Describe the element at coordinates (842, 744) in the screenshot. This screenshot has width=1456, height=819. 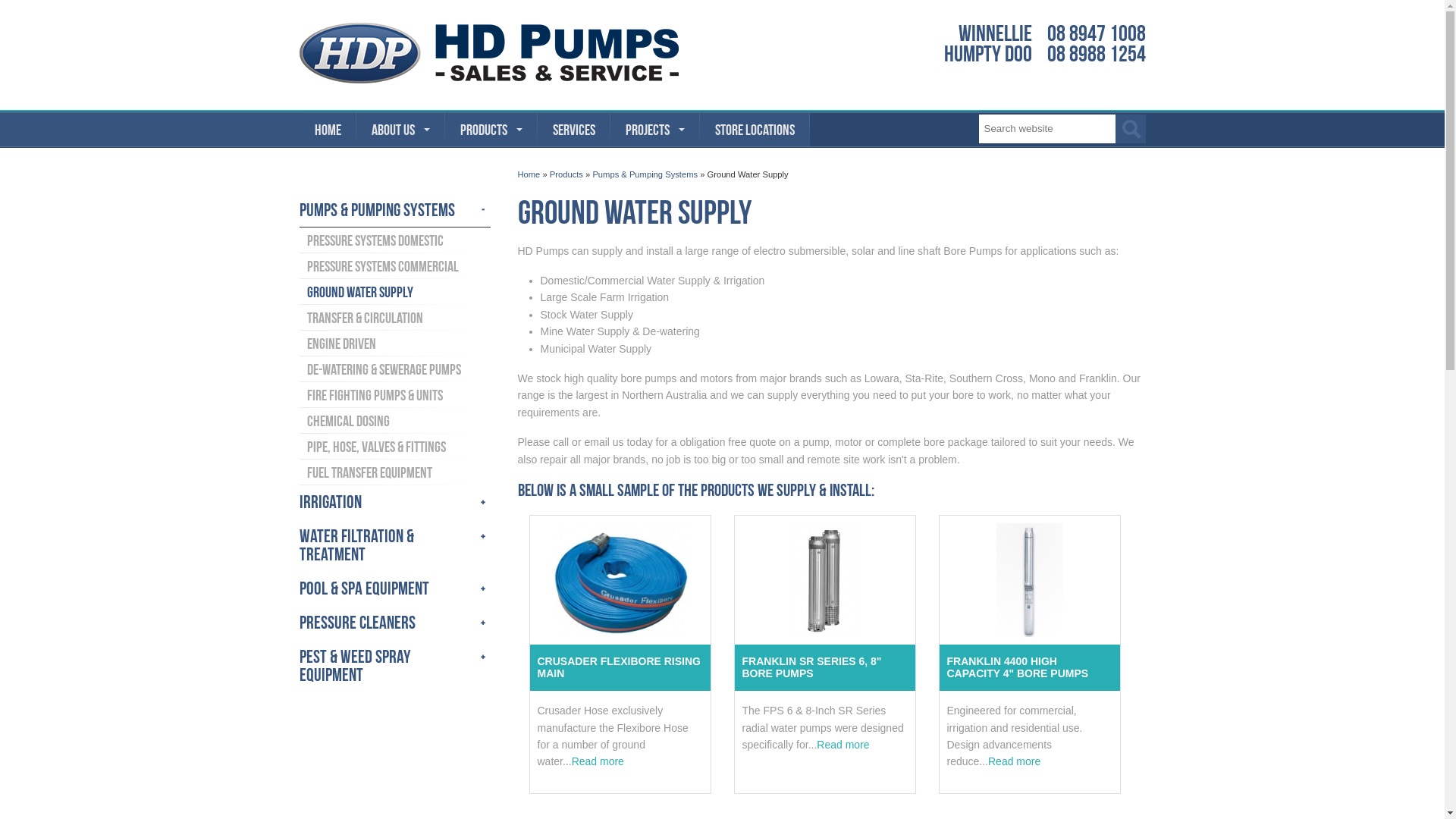
I see `'Read more'` at that location.